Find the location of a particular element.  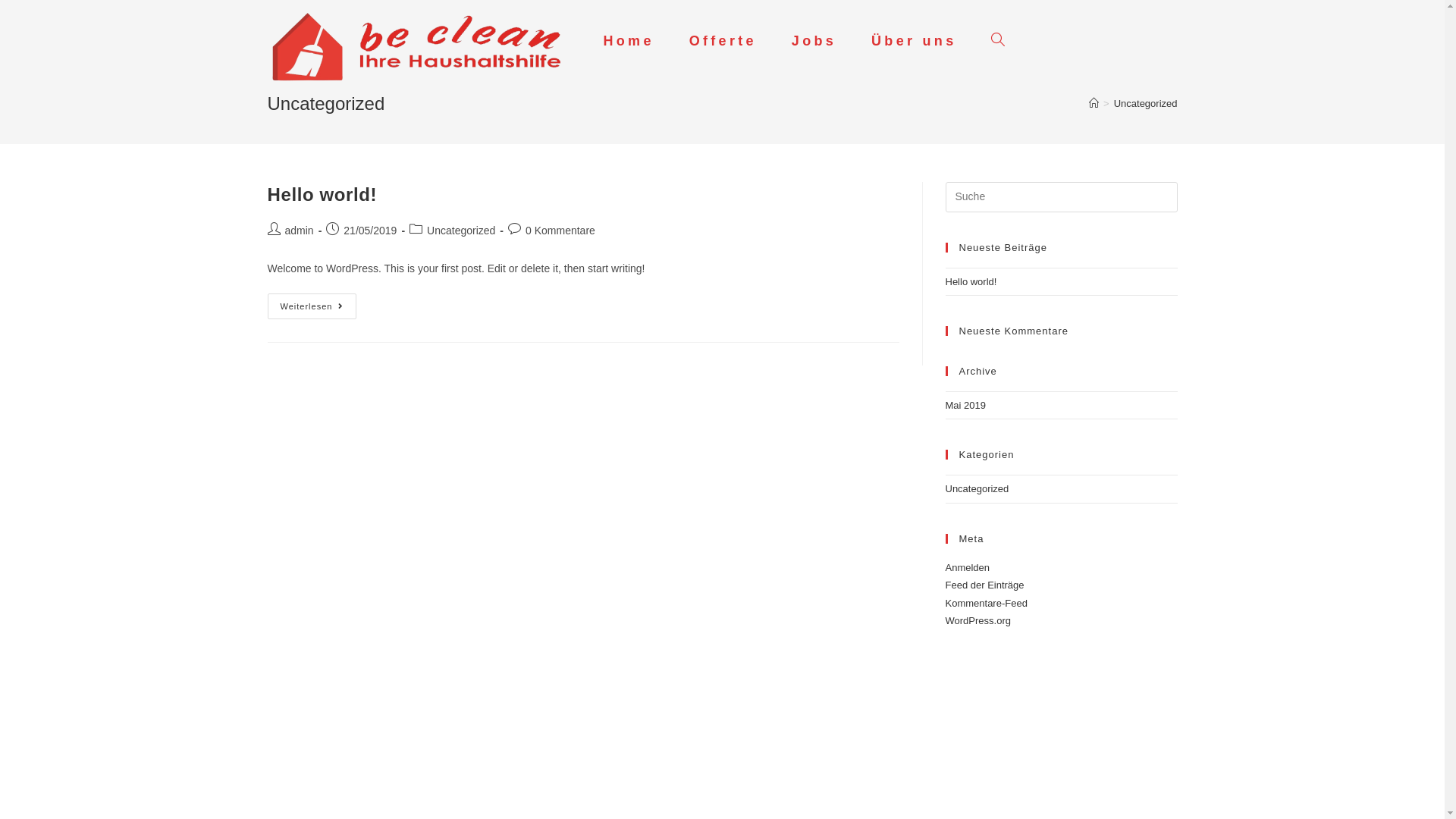

'admin' is located at coordinates (284, 231).